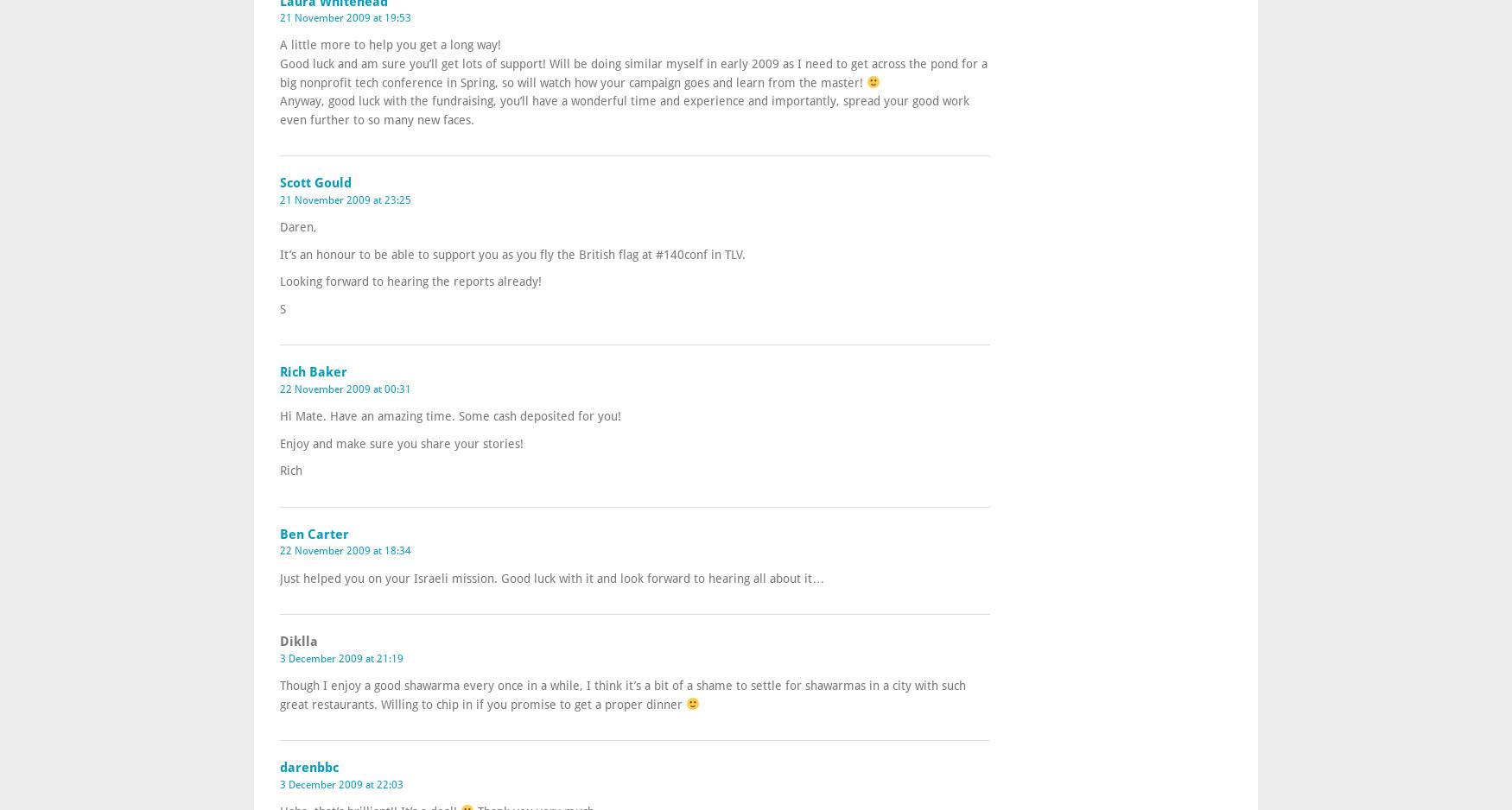 This screenshot has width=1512, height=810. I want to click on '21 November 2009 at 23:25', so click(345, 199).